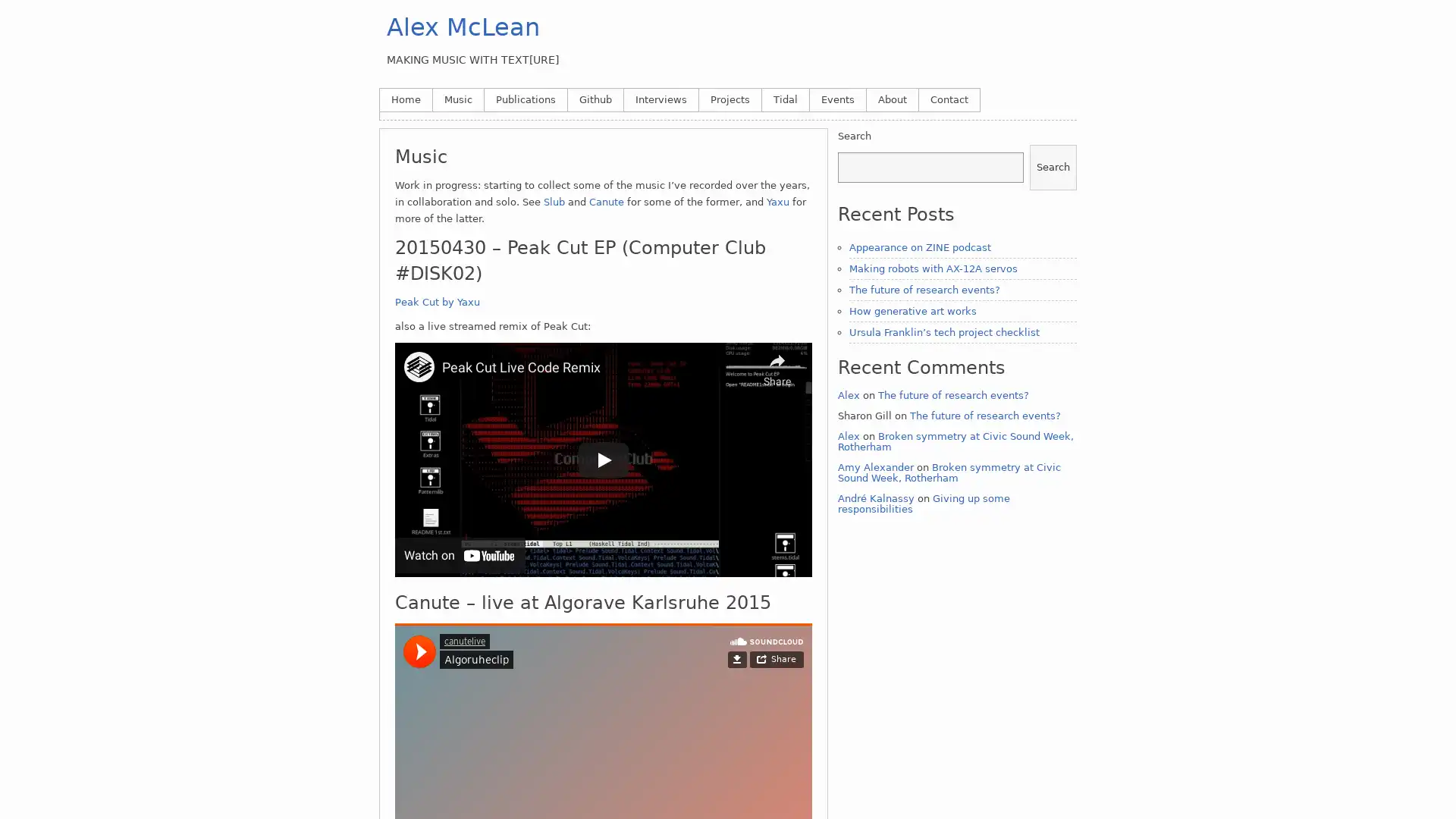 This screenshot has width=1456, height=819. Describe the element at coordinates (1052, 167) in the screenshot. I see `Search` at that location.